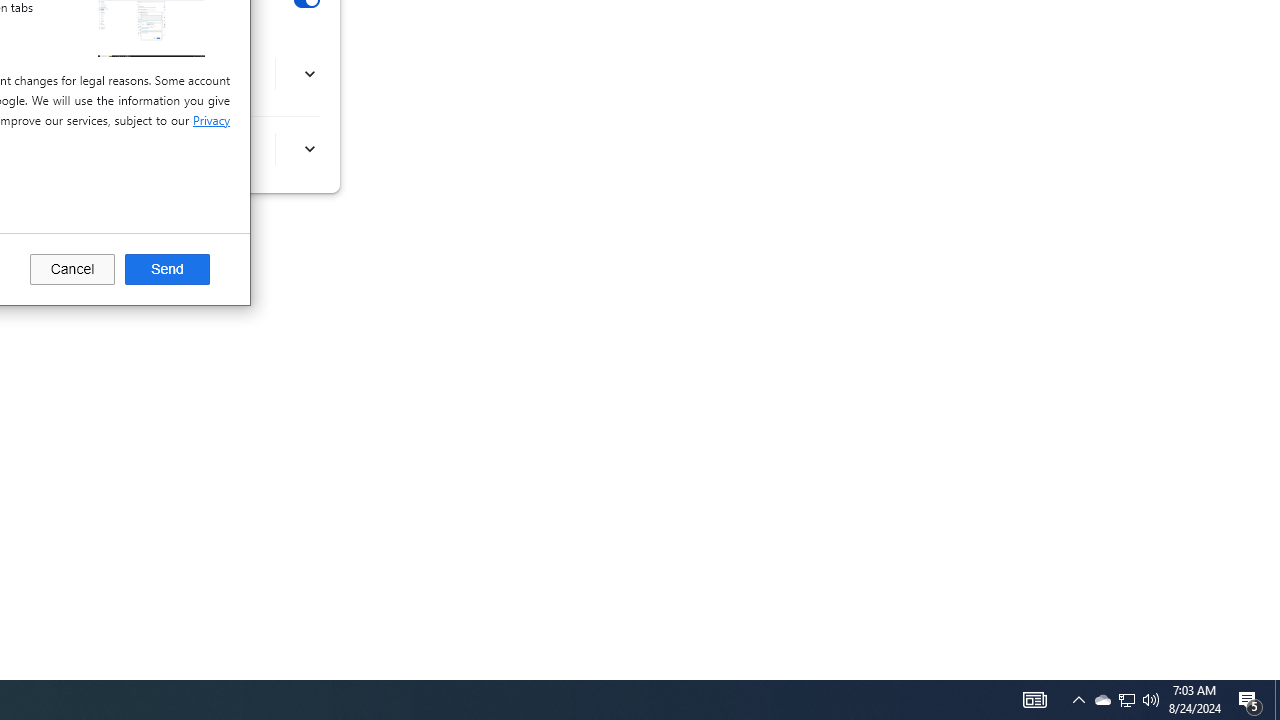 This screenshot has width=1280, height=720. What do you see at coordinates (1250, 698) in the screenshot?
I see `'Action Center, 5 new notifications'` at bounding box center [1250, 698].